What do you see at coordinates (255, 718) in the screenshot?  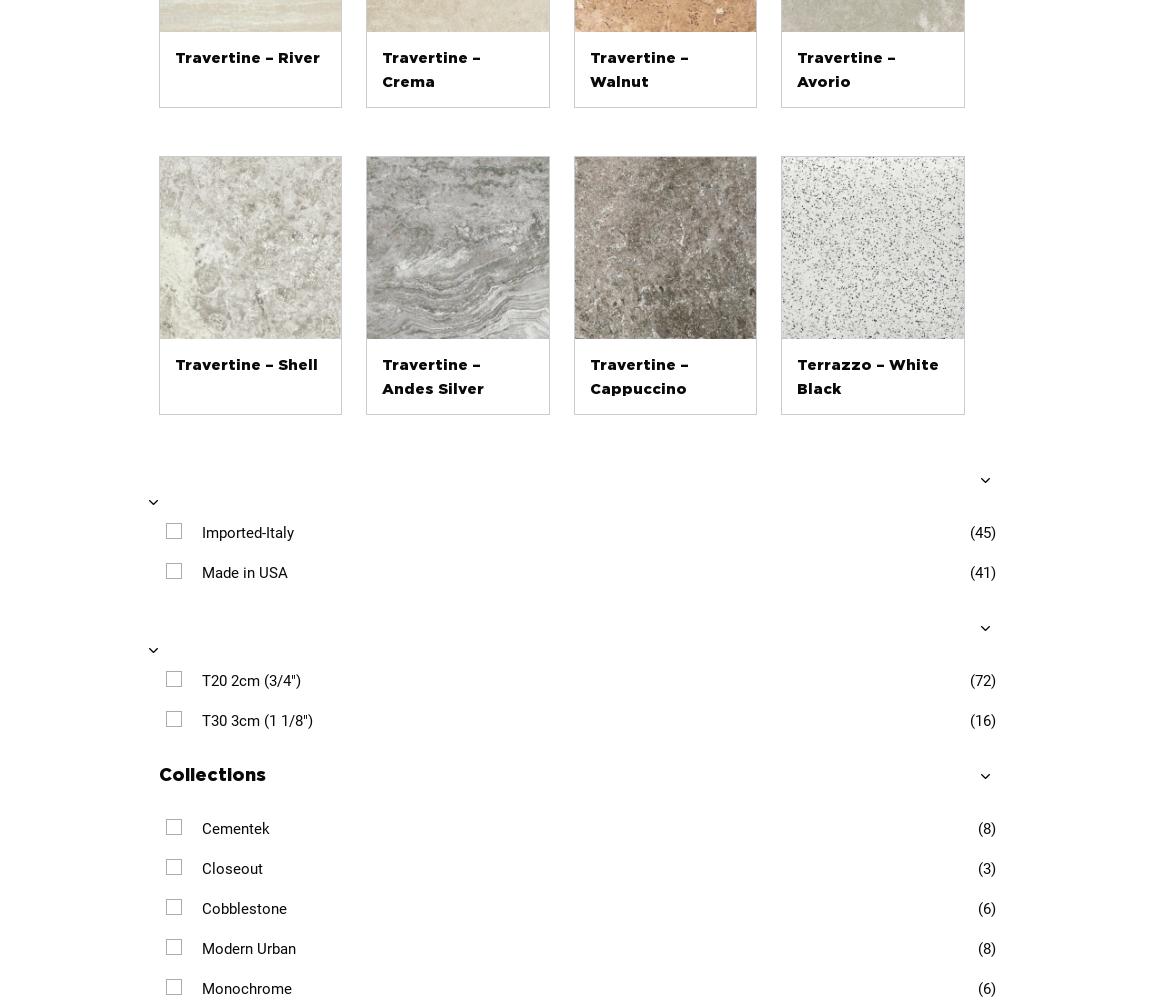 I see `'T30 3cm (1 1/8")'` at bounding box center [255, 718].